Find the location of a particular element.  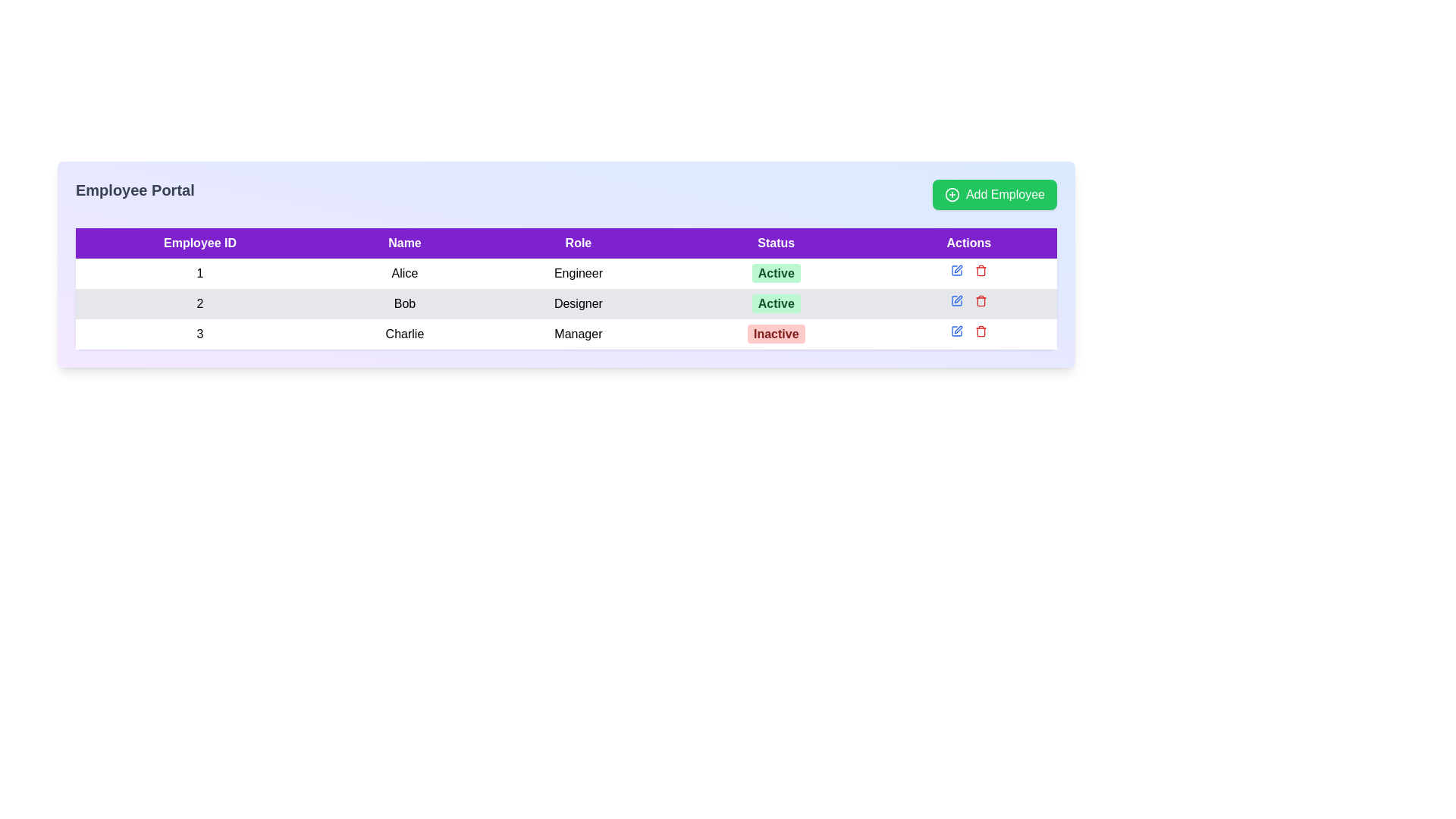

the 'Inactive' status label in the last row of the table under the 'Status' column associated with 'Charlie' the Manager is located at coordinates (776, 333).